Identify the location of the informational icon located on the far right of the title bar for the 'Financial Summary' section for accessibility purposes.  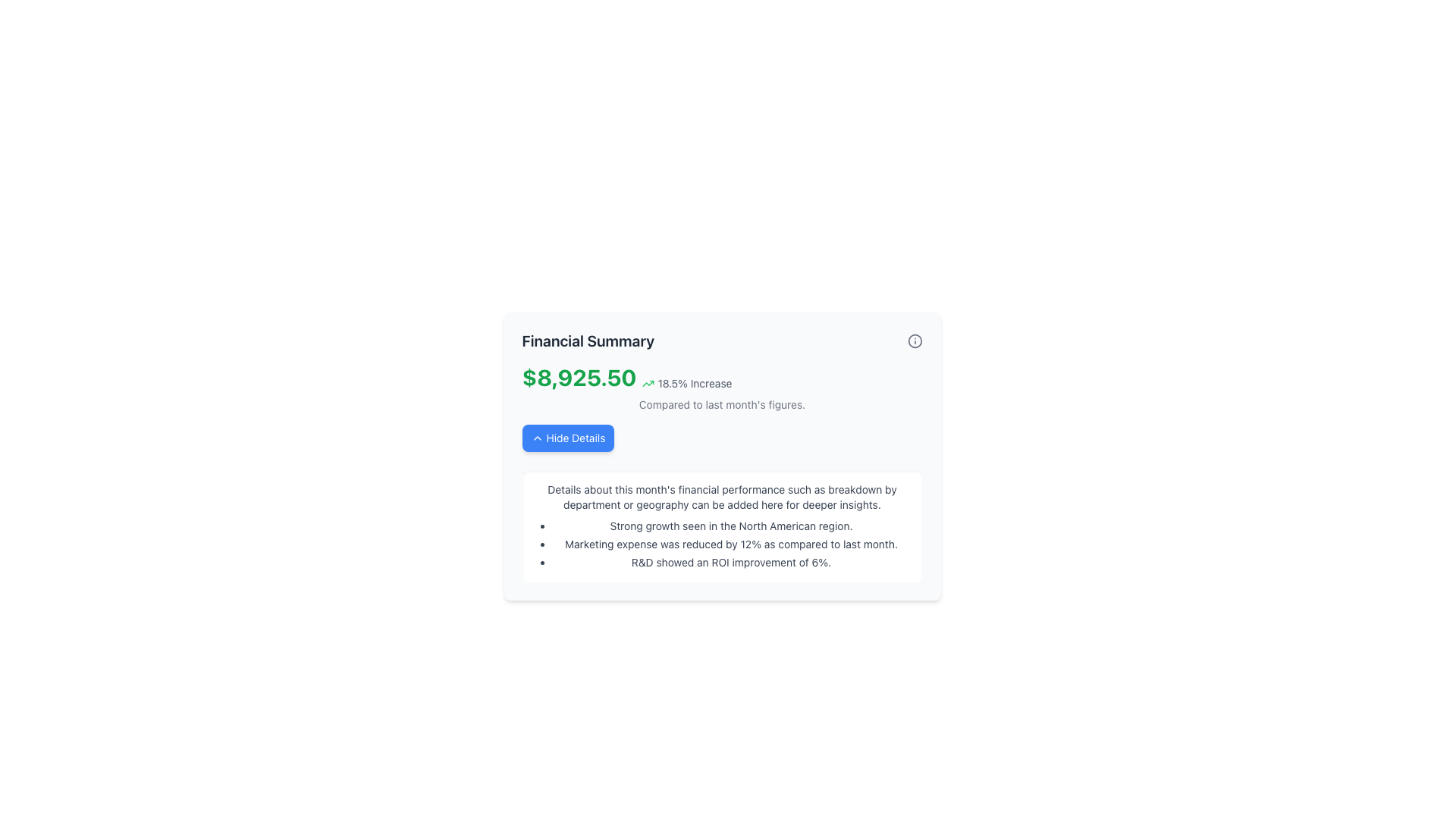
(914, 341).